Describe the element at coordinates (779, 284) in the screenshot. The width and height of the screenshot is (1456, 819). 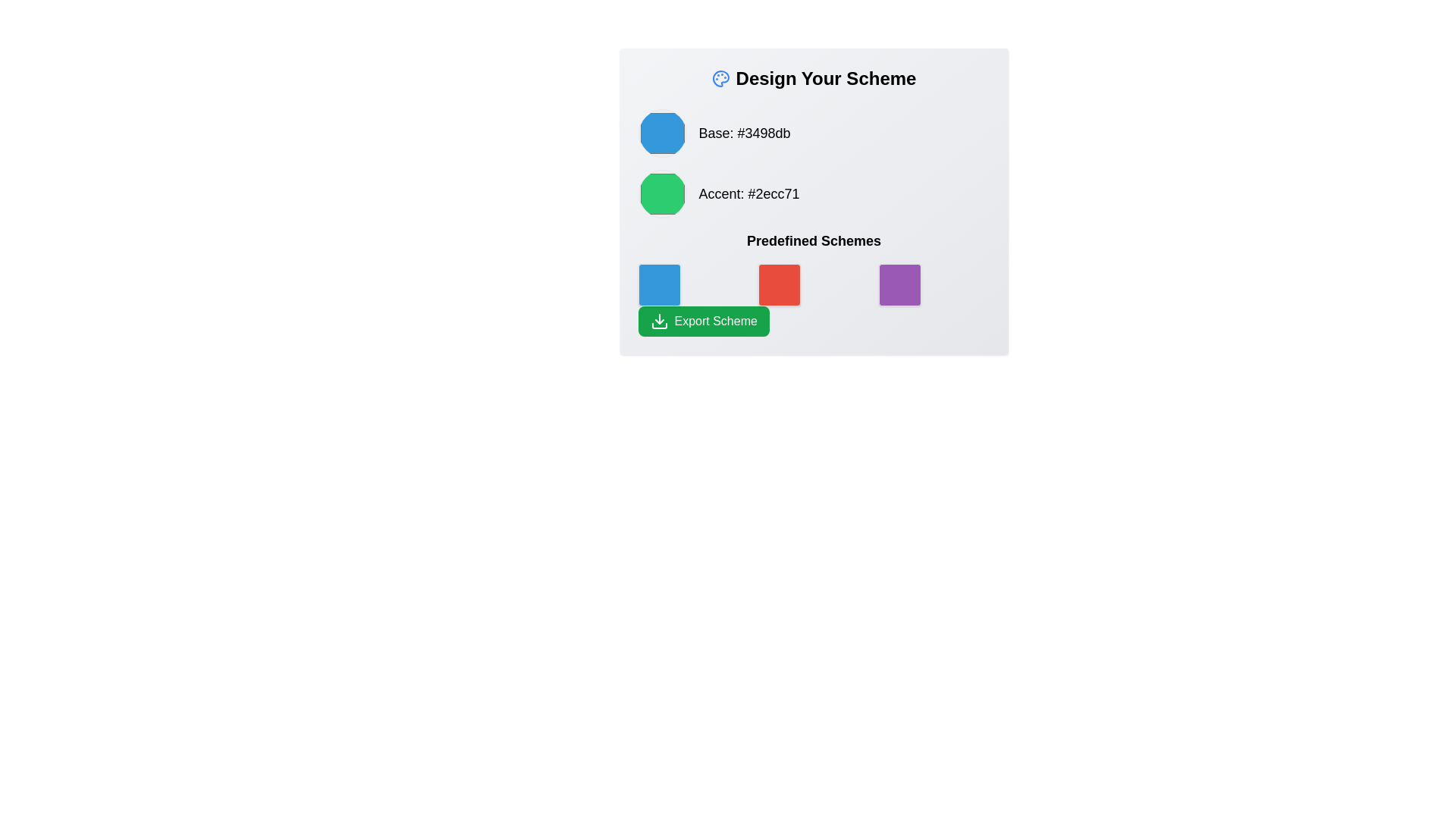
I see `the red square button located in the 'Predefined Schemes' section` at that location.